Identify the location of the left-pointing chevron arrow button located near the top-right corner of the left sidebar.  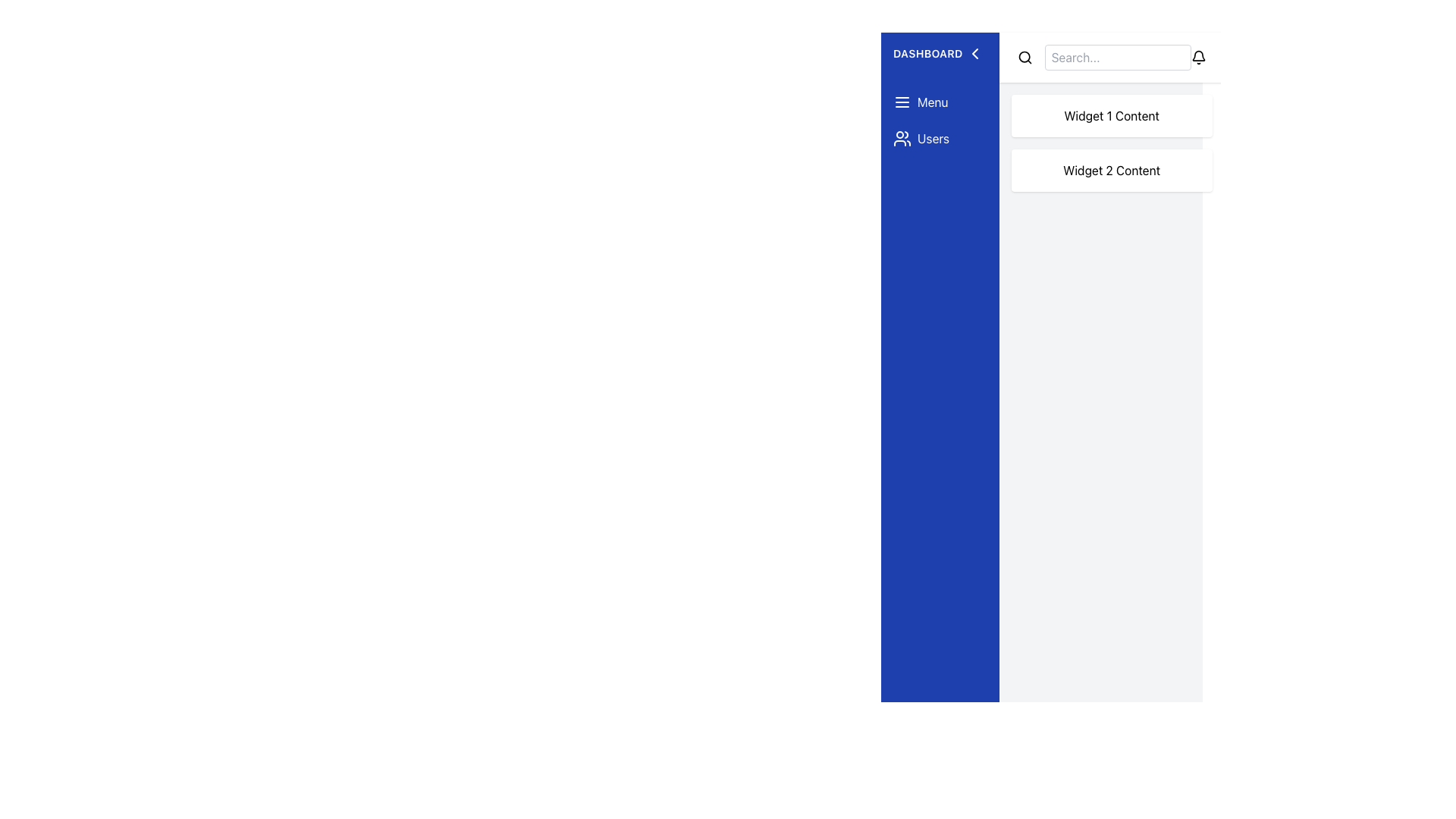
(974, 52).